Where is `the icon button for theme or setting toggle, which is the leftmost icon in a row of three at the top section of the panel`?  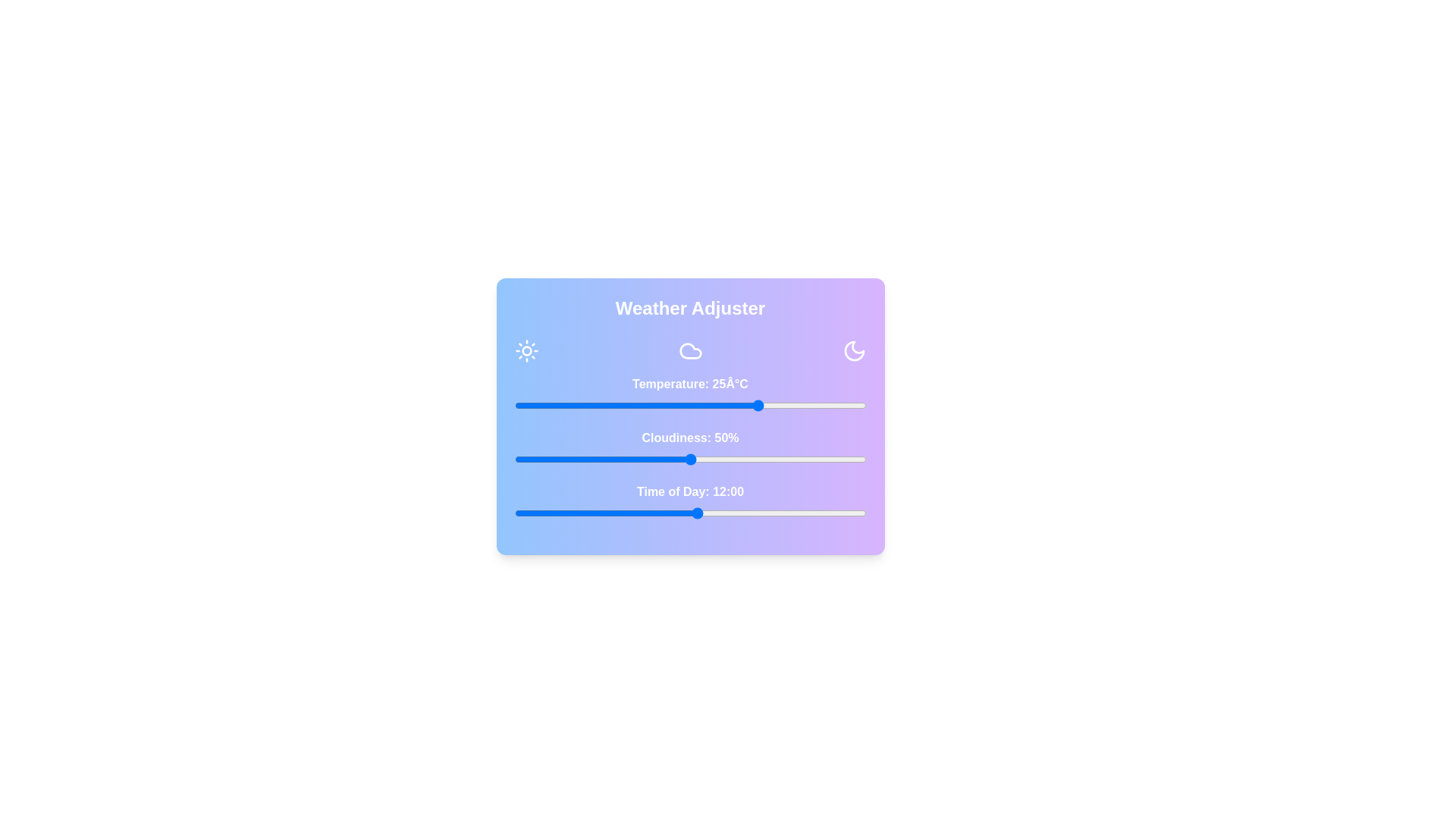
the icon button for theme or setting toggle, which is the leftmost icon in a row of three at the top section of the panel is located at coordinates (526, 350).